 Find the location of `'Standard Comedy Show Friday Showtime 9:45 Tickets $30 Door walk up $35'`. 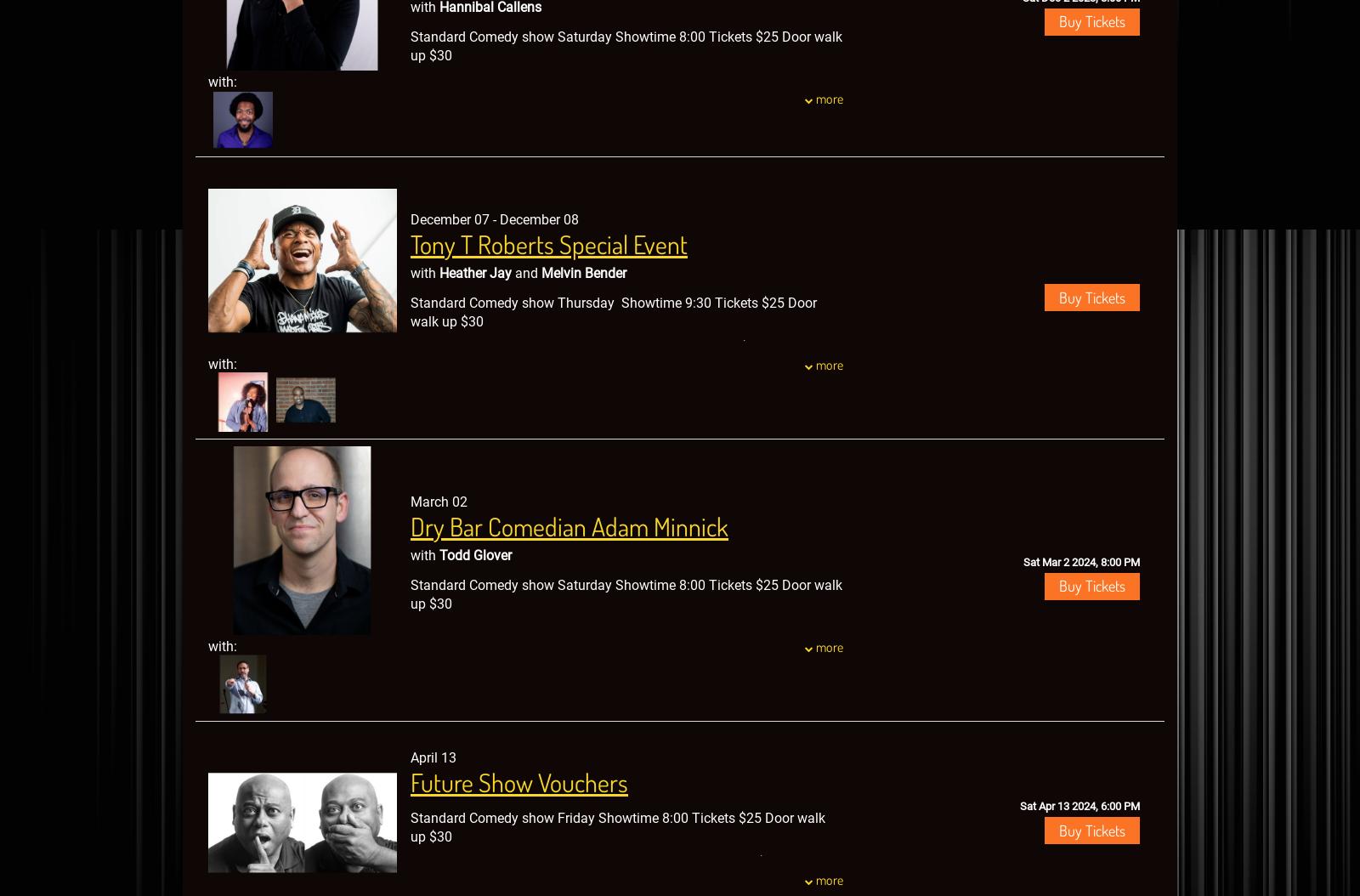

'Standard Comedy Show Friday Showtime 9:45 Tickets $30 Door walk up $35' is located at coordinates (410, 400).